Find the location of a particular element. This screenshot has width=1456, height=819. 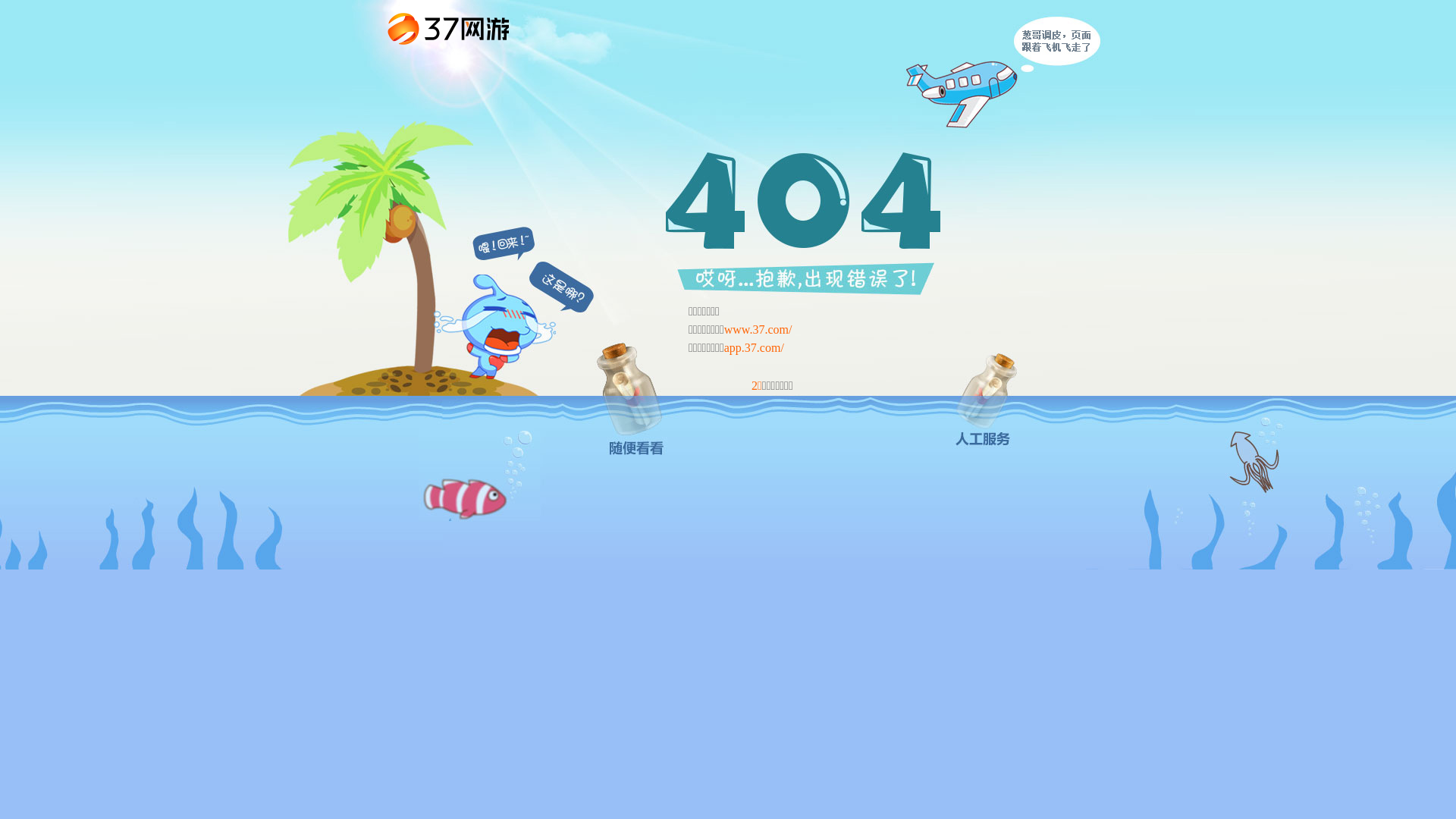

'www.37.com/' is located at coordinates (758, 328).